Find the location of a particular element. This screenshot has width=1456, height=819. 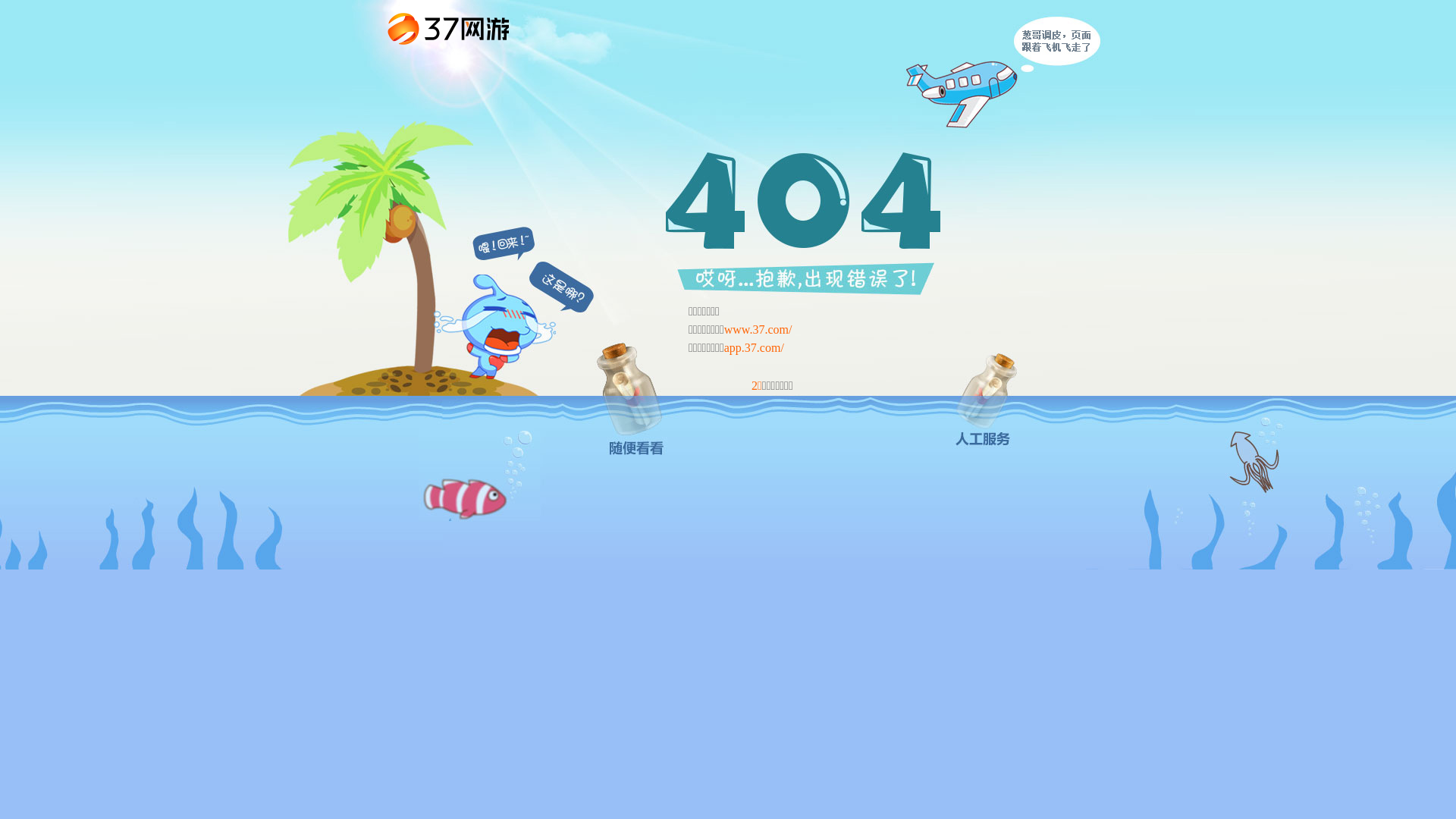

'www.37.com/' is located at coordinates (758, 328).